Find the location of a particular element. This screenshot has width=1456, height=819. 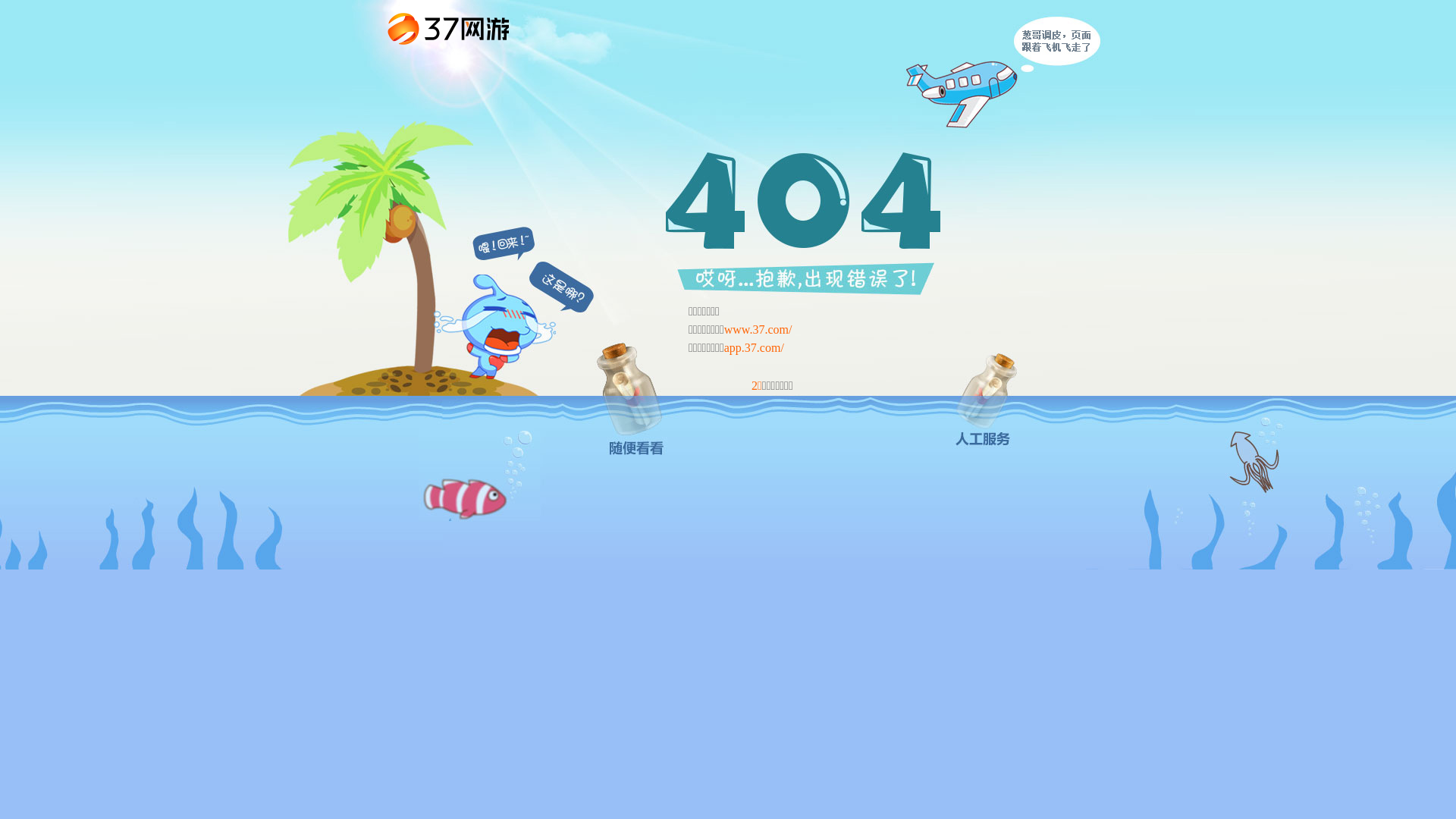

'www.37.com/' is located at coordinates (758, 328).